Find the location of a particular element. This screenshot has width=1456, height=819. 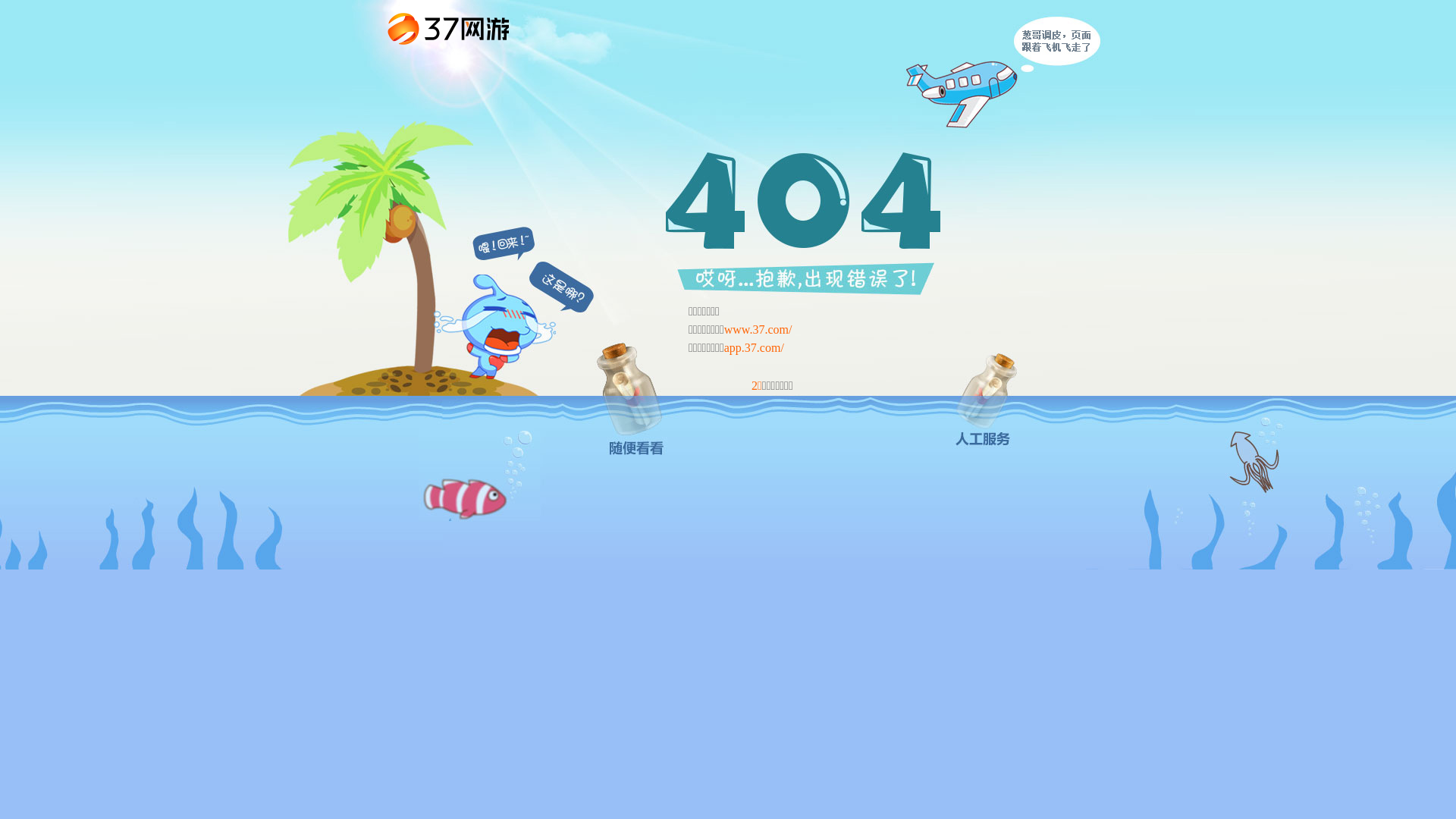

'www.37.com/' is located at coordinates (758, 328).